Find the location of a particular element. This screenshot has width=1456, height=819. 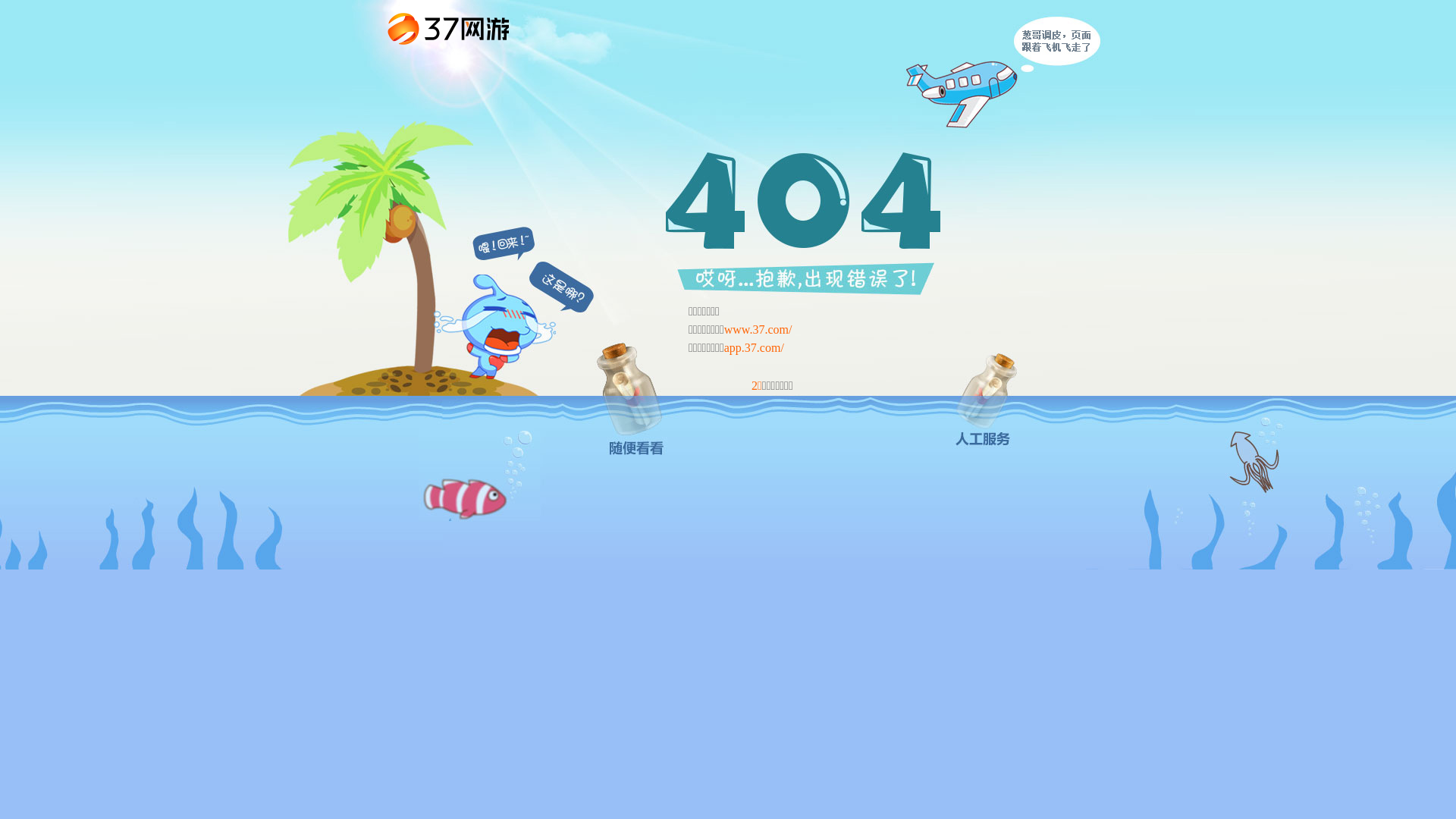

'www.37.com/' is located at coordinates (758, 328).